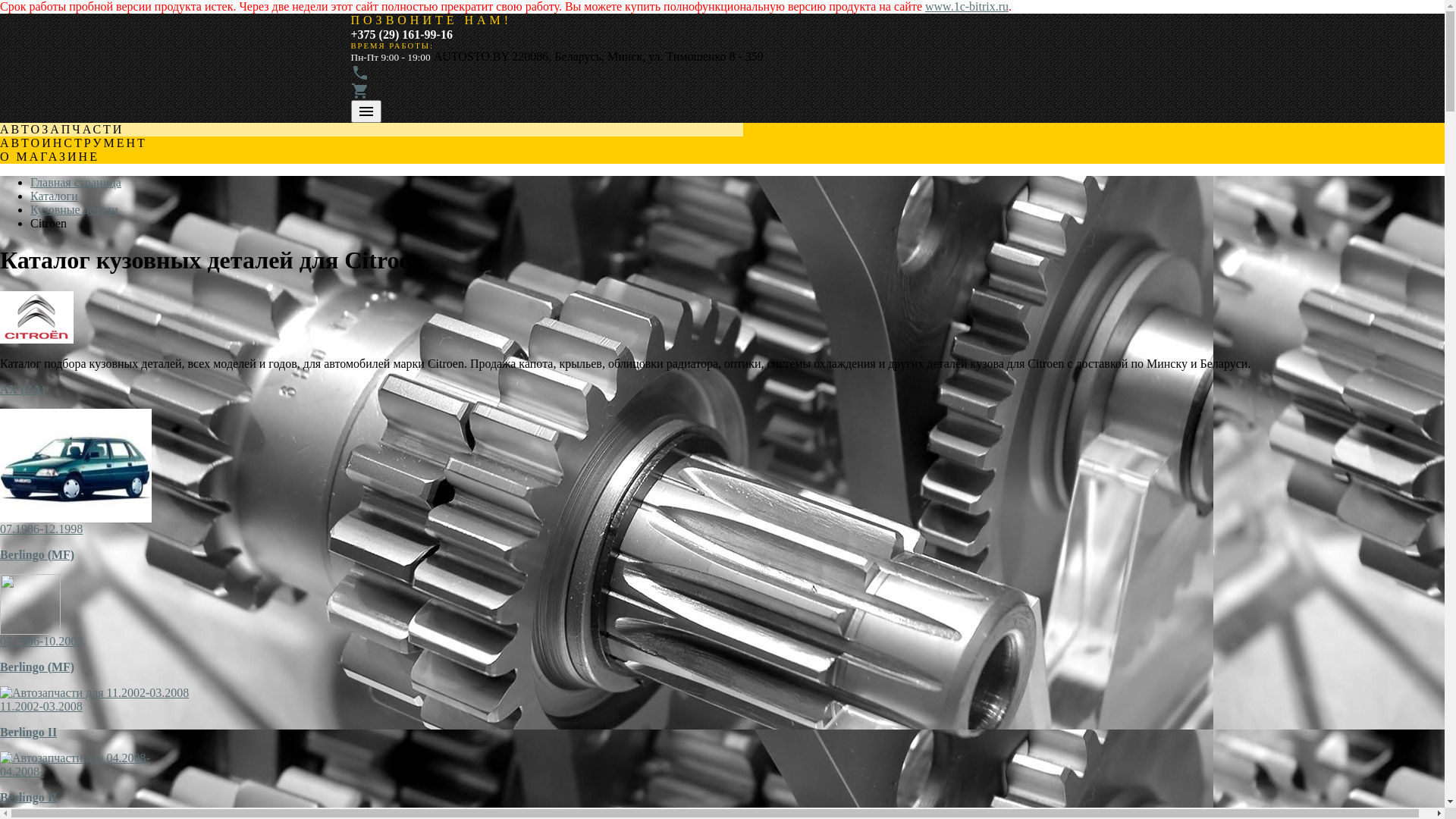 This screenshot has width=1456, height=819. What do you see at coordinates (0, 771) in the screenshot?
I see `'04.2008-'` at bounding box center [0, 771].